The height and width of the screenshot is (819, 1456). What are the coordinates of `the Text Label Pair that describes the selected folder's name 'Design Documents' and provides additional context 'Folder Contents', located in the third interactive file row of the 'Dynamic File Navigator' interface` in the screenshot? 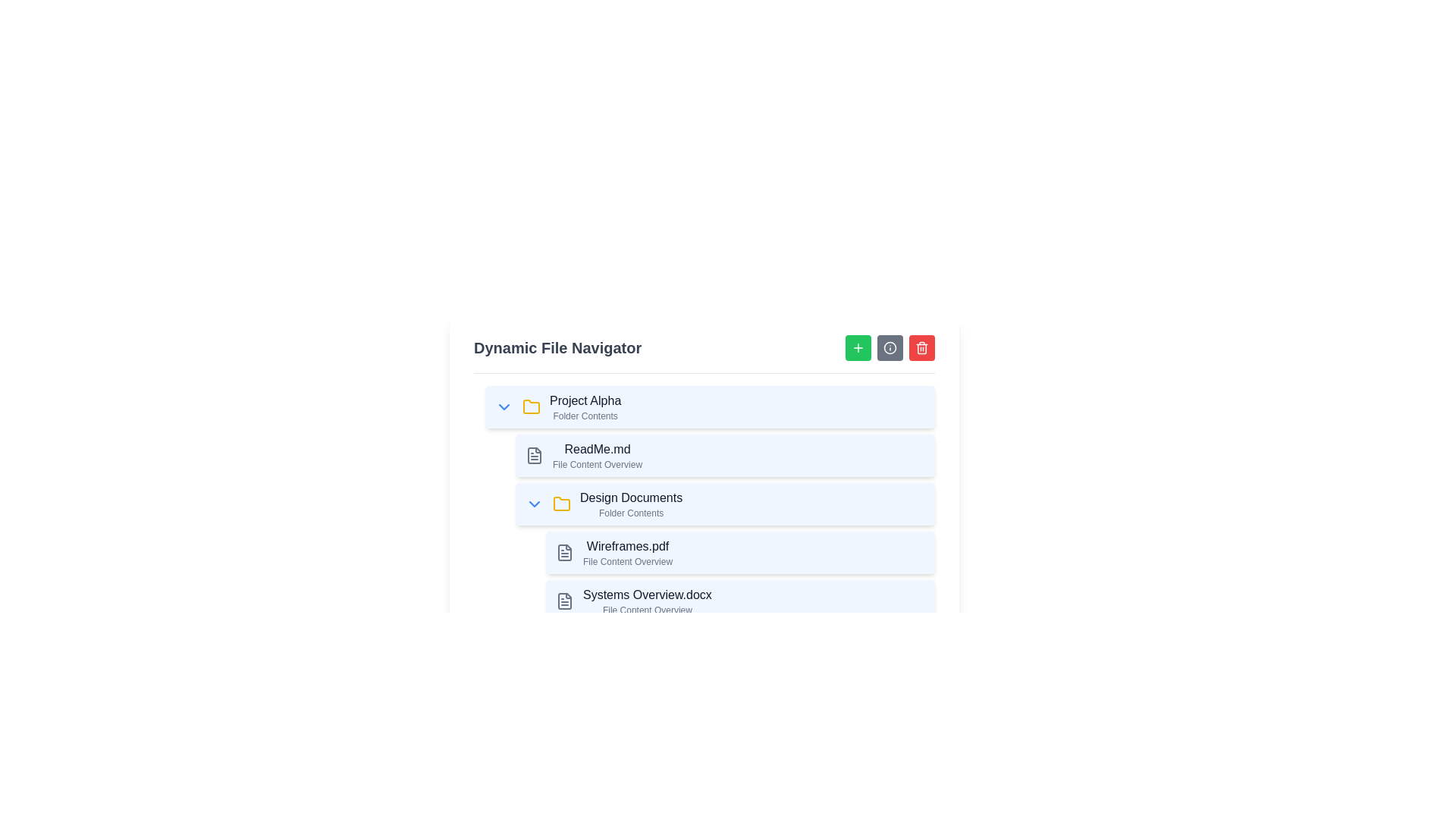 It's located at (631, 504).